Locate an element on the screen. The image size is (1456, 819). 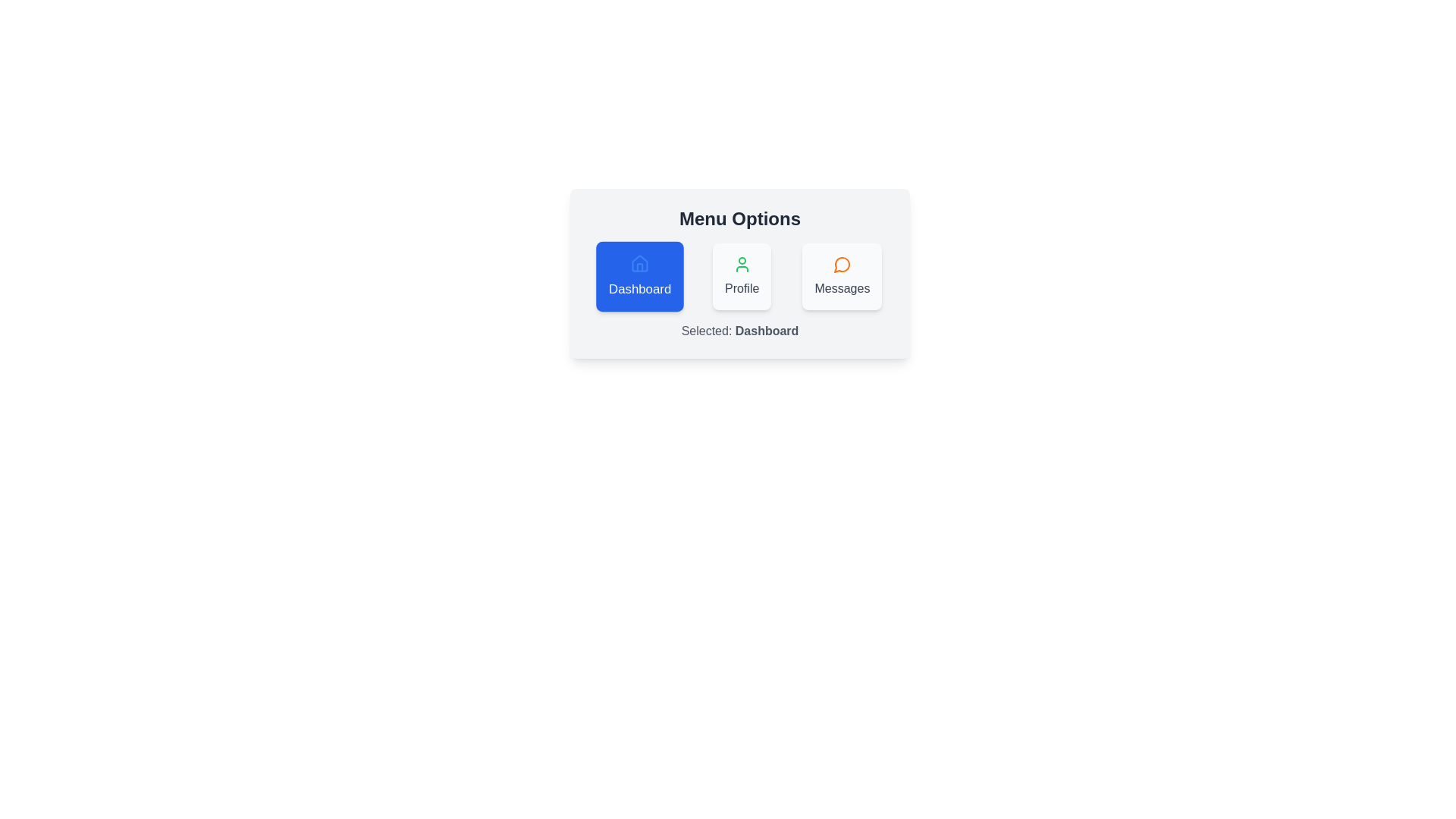
the Messages chip to observe its hover effect is located at coordinates (841, 277).